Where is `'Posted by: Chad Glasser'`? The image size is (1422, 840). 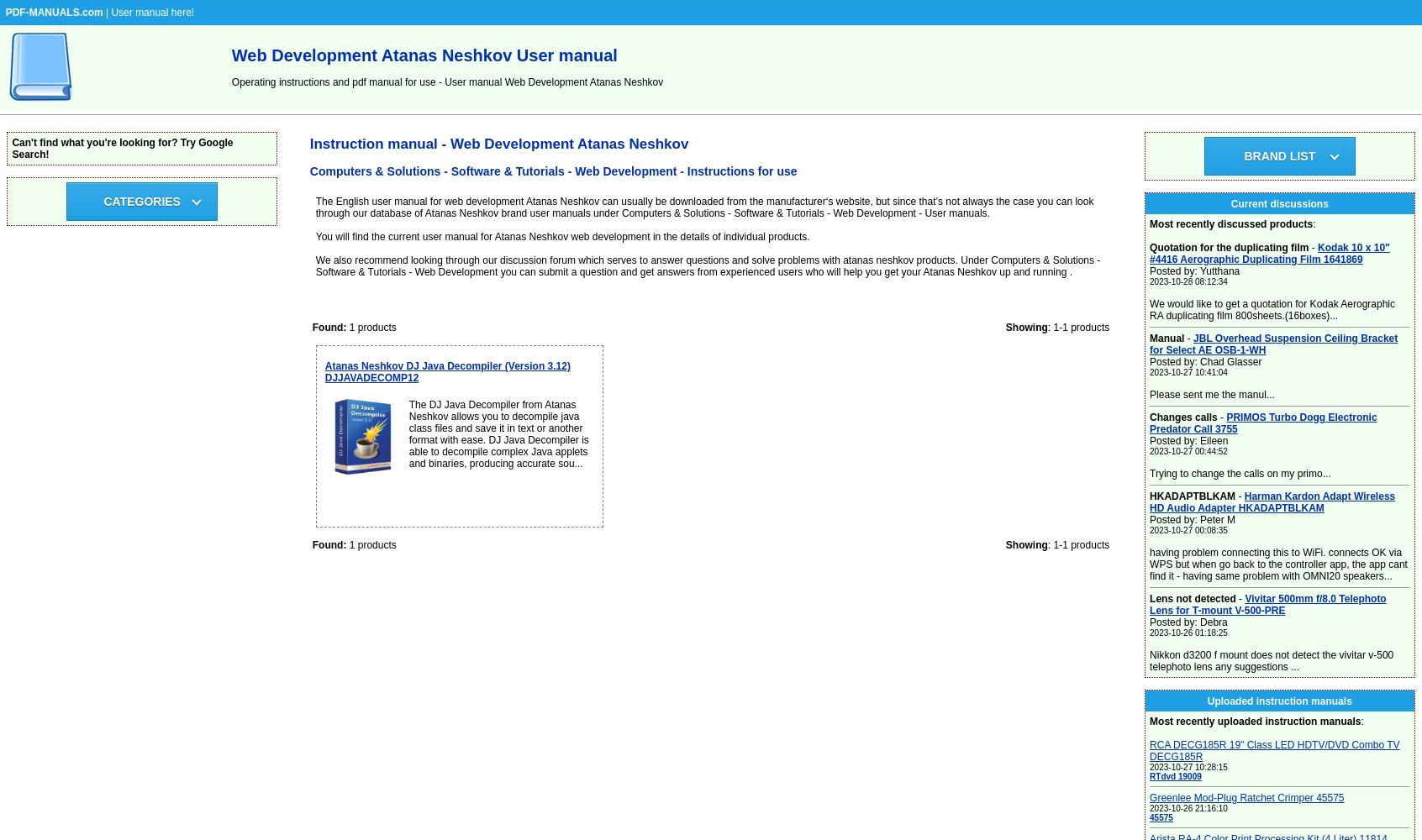
'Posted by: Chad Glasser' is located at coordinates (1149, 362).